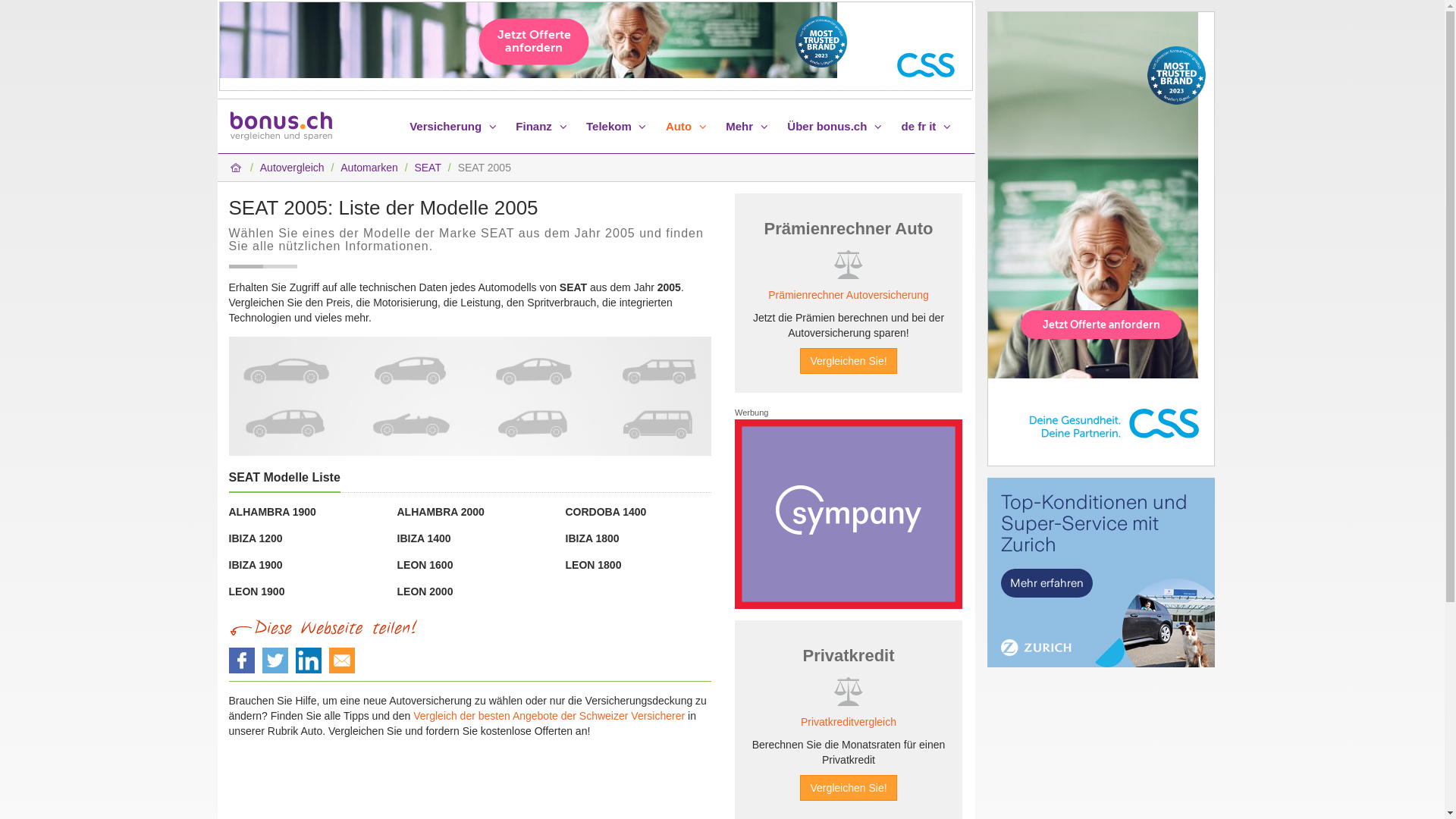  I want to click on 'Finanz', so click(543, 125).